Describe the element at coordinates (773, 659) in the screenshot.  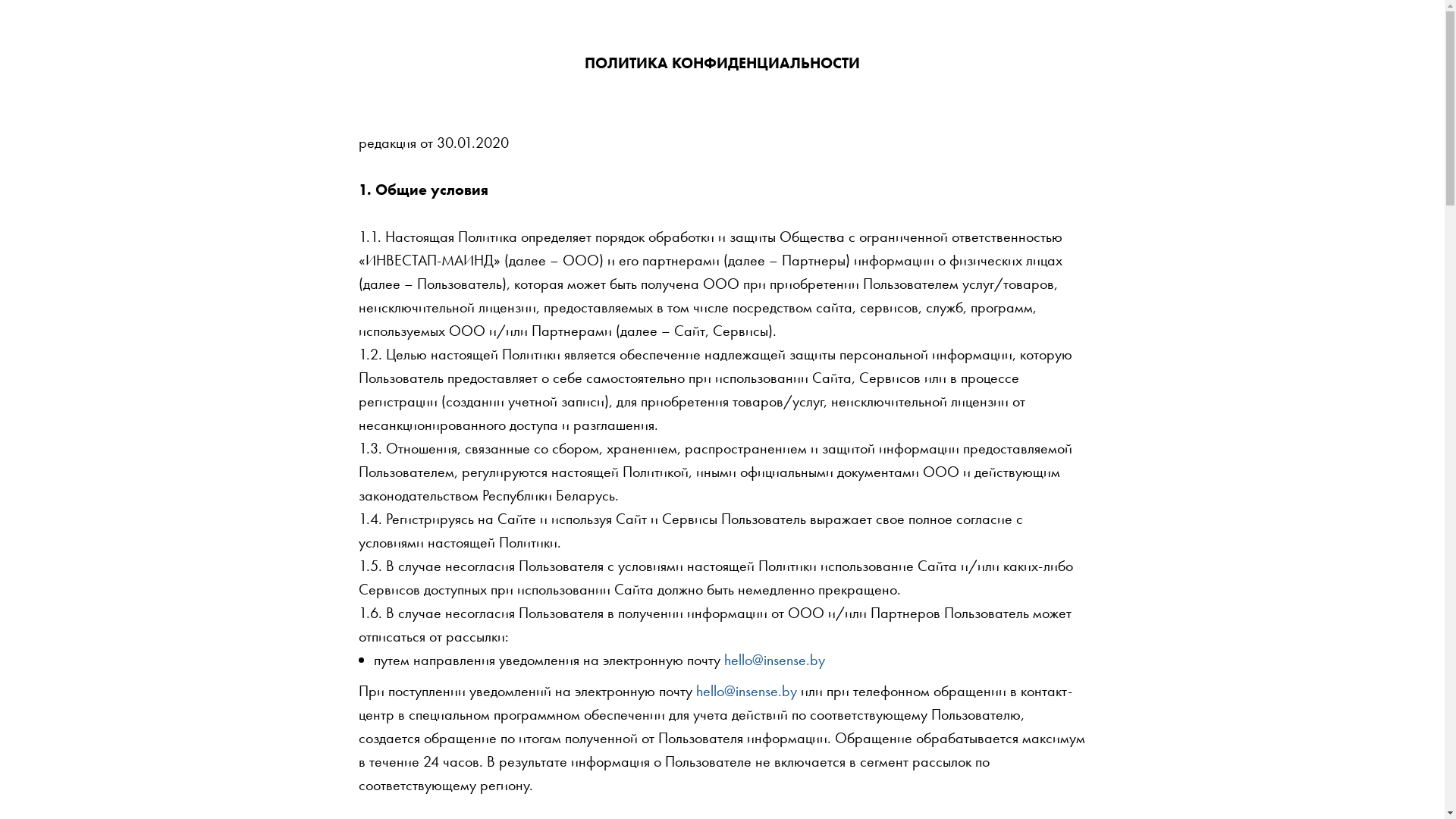
I see `'hello@insense.by'` at that location.